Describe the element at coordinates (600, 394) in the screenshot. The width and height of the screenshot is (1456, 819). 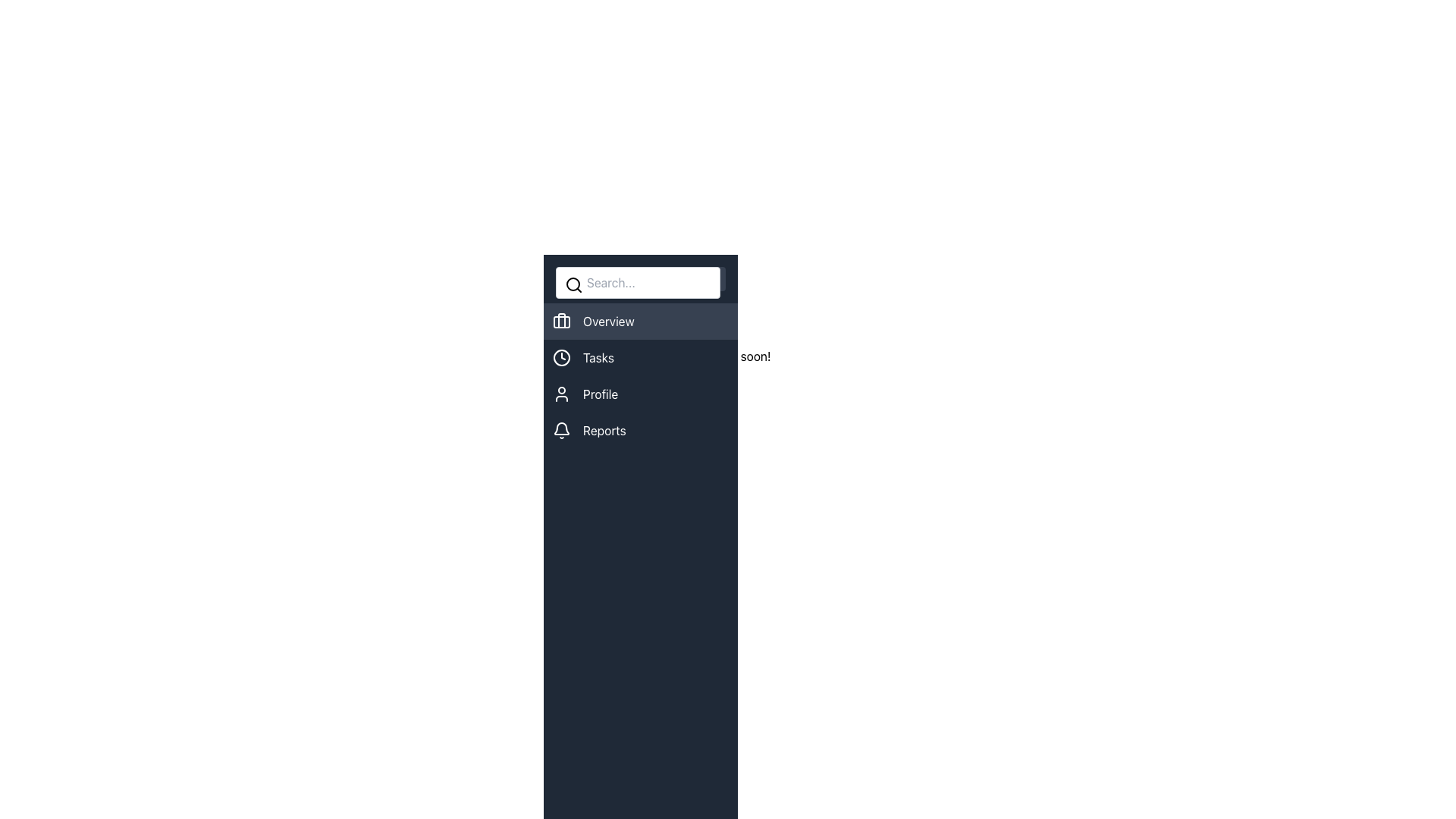
I see `the 'Profile' text label, which is styled in white font over a dark background and is located in the vertical navigation menu between 'Tasks' and 'Reports'` at that location.